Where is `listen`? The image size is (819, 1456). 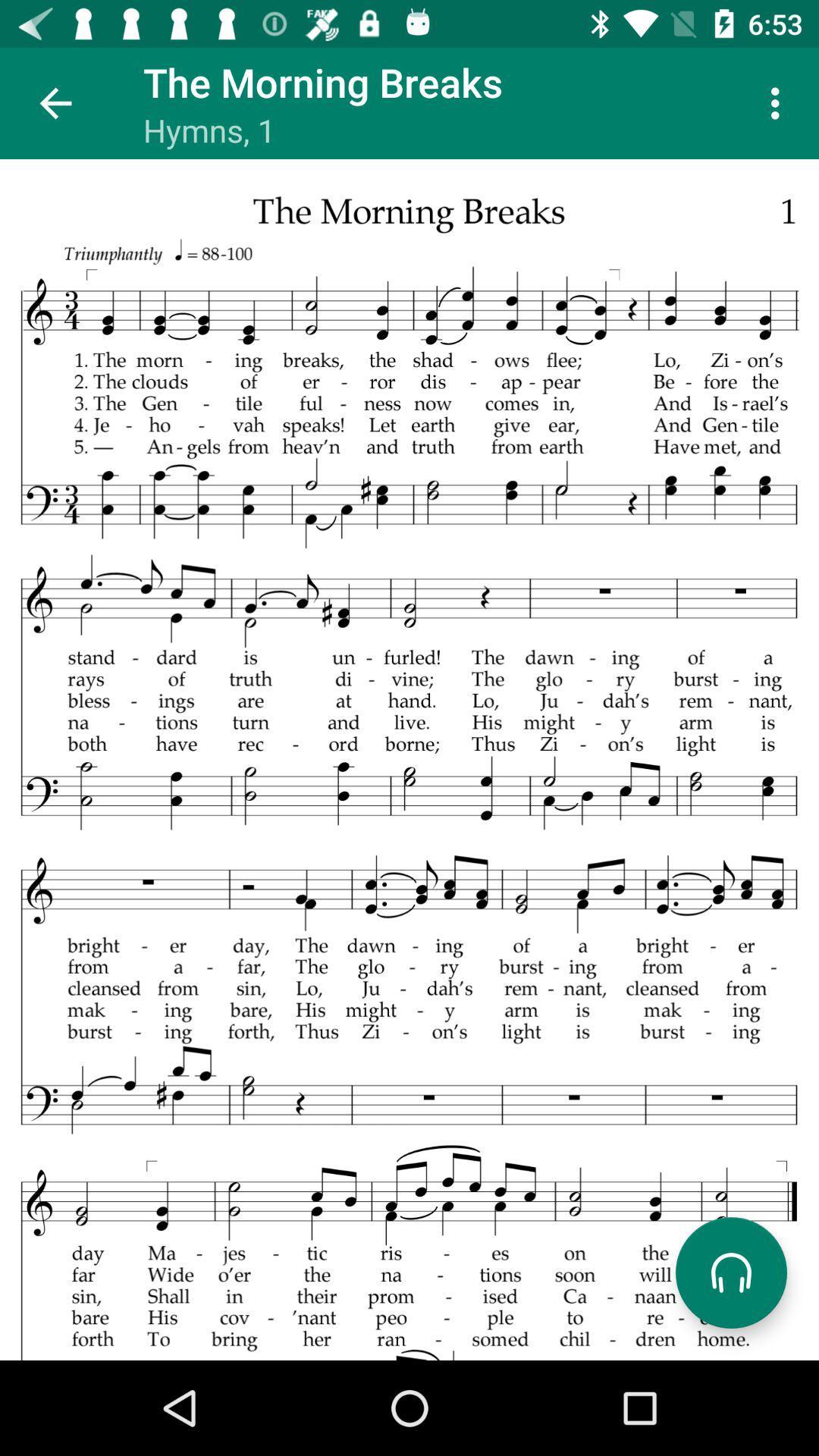
listen is located at coordinates (730, 1272).